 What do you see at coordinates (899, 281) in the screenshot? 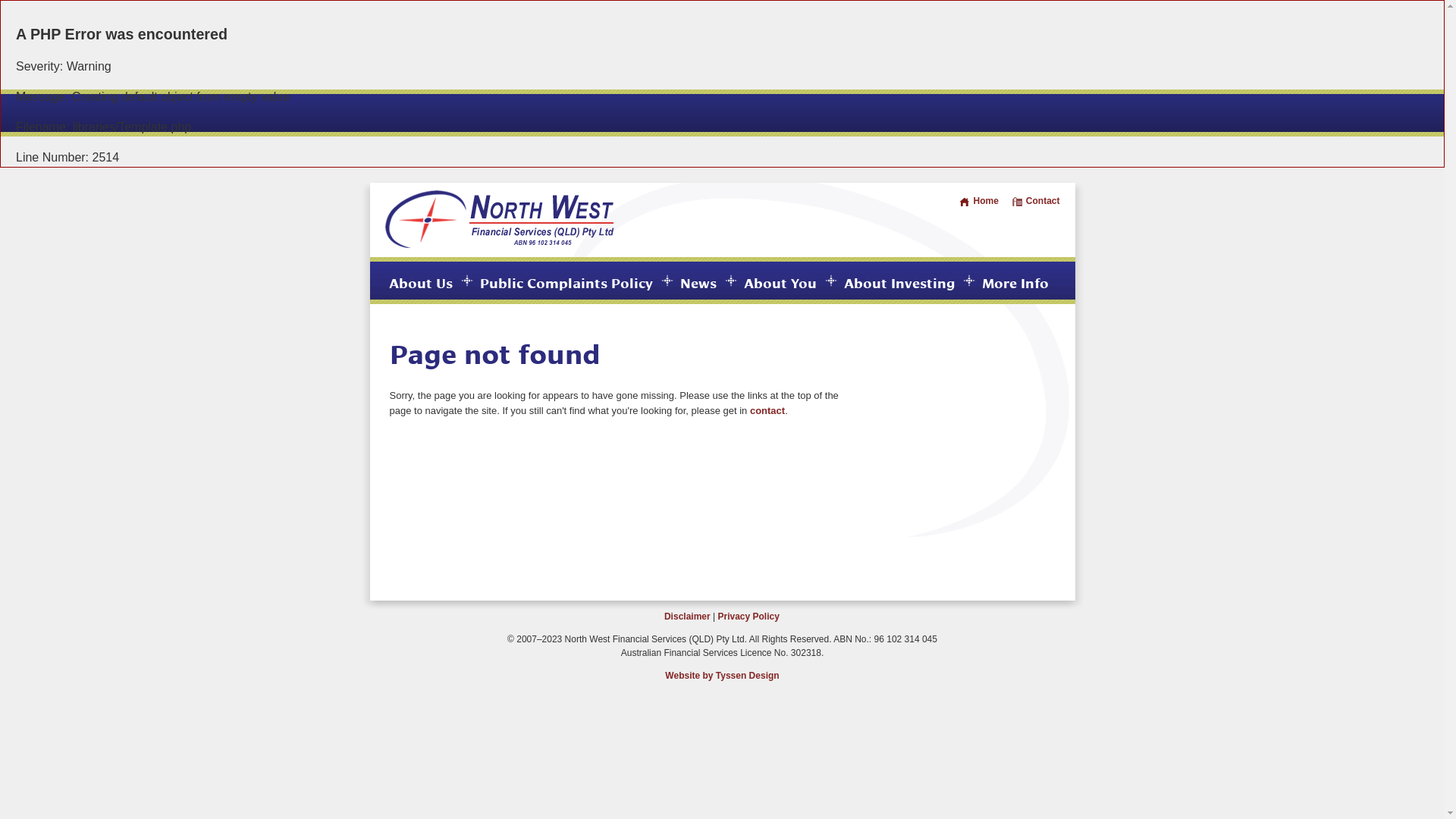
I see `'About Investing'` at bounding box center [899, 281].